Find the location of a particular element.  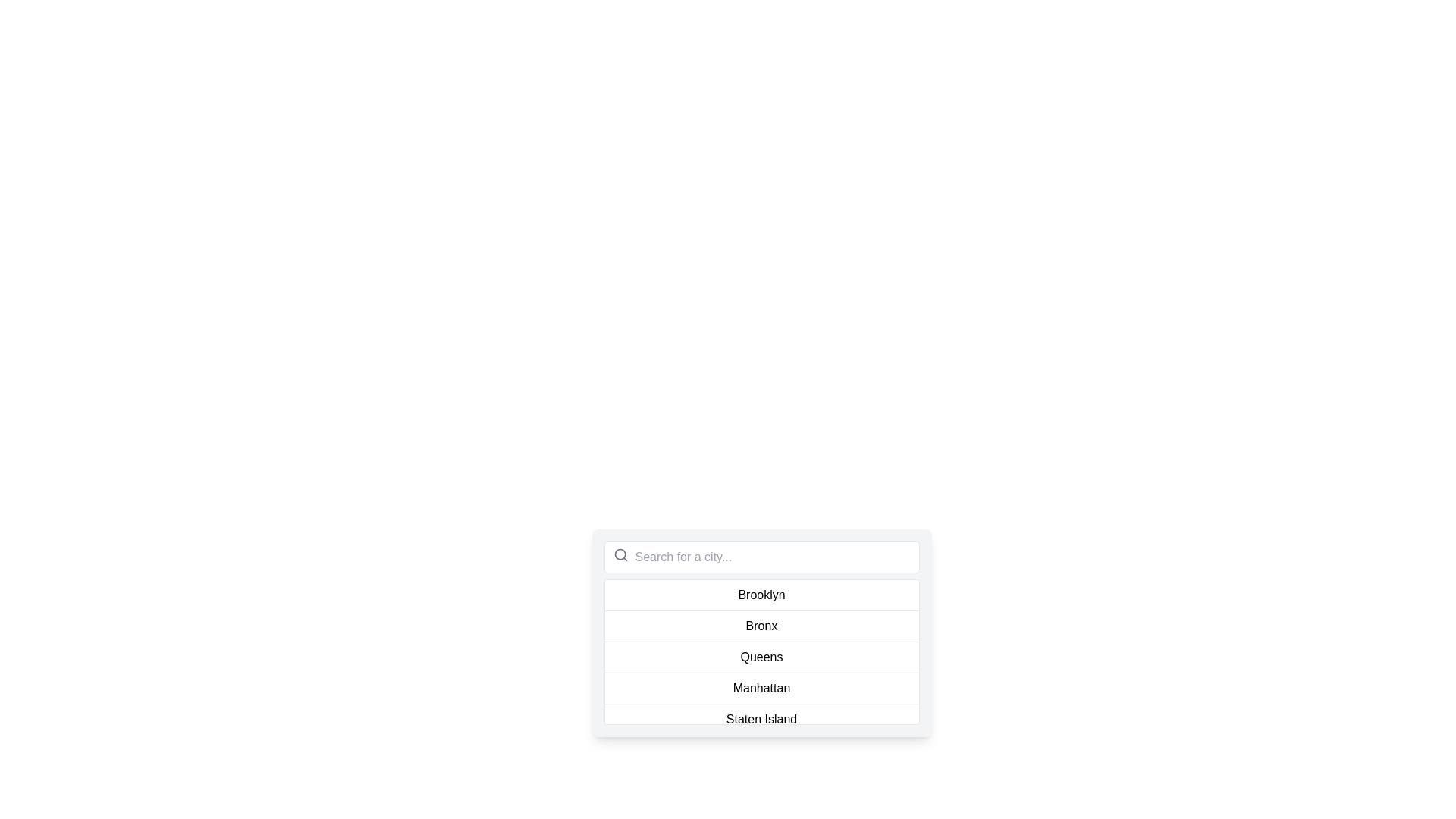

the text option 'Staten Island' in the dropdown menu is located at coordinates (761, 718).